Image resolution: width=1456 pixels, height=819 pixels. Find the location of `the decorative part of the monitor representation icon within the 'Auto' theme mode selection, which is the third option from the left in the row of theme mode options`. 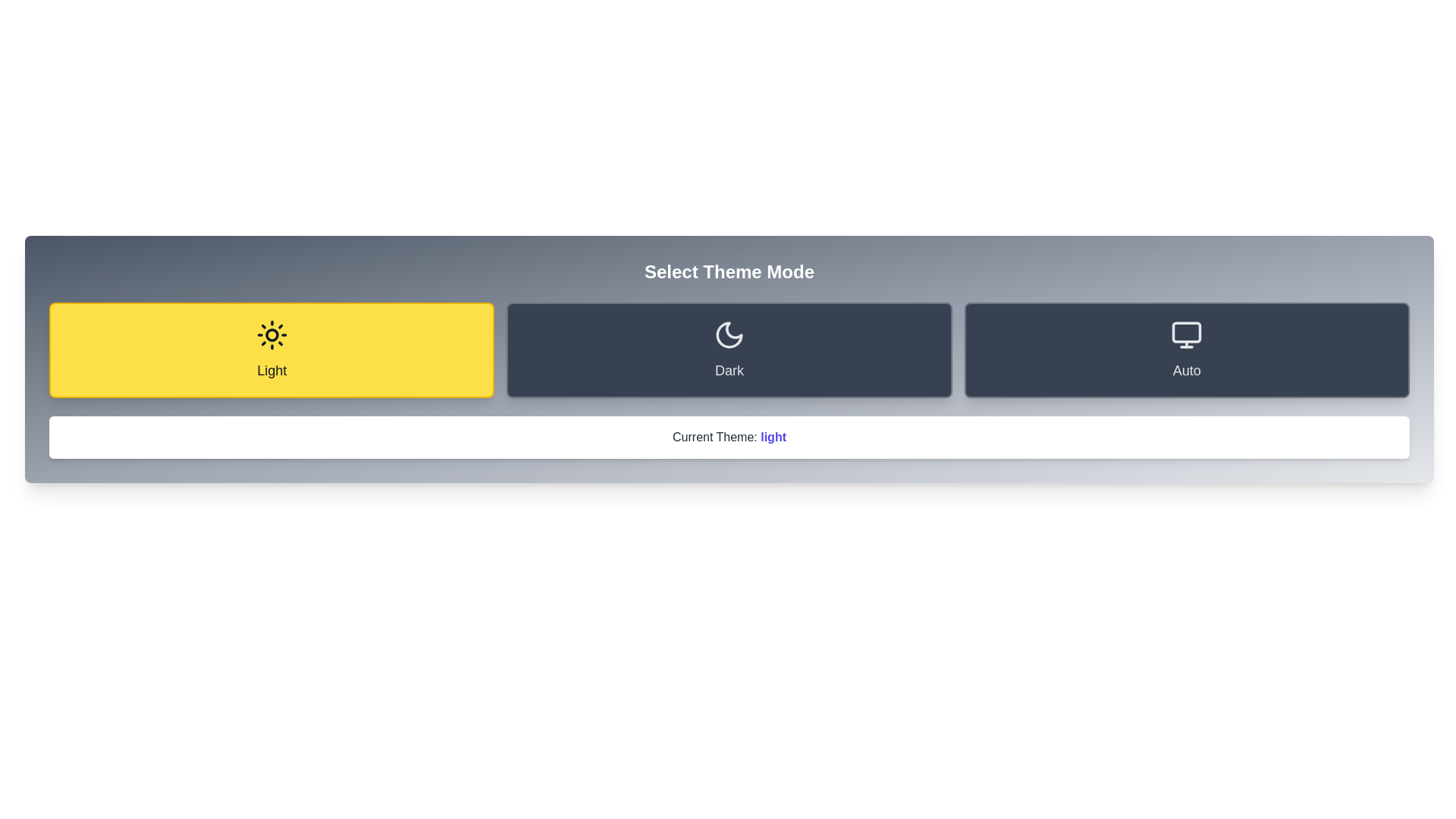

the decorative part of the monitor representation icon within the 'Auto' theme mode selection, which is the third option from the left in the row of theme mode options is located at coordinates (1186, 331).